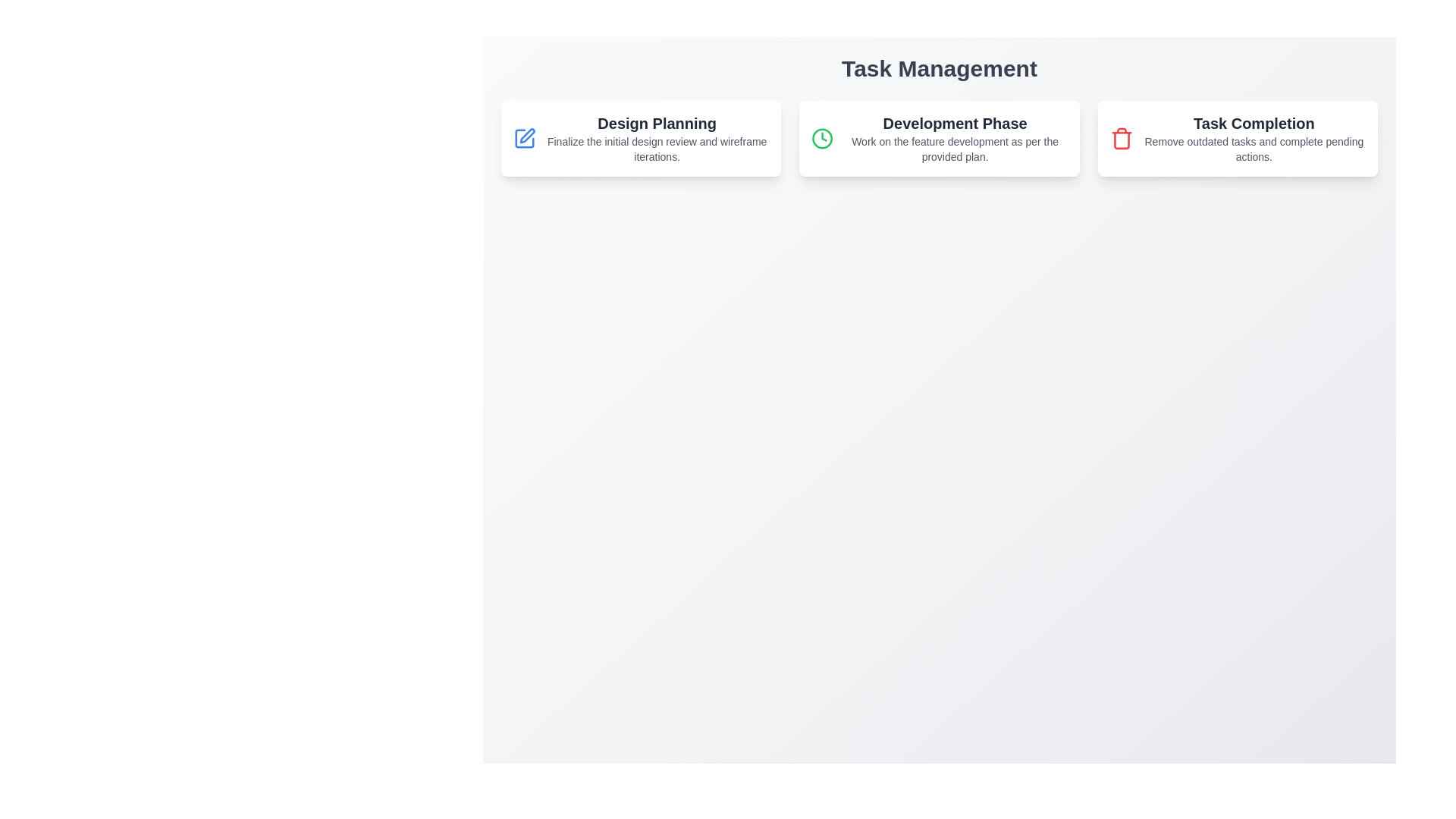 Image resolution: width=1456 pixels, height=819 pixels. What do you see at coordinates (657, 138) in the screenshot?
I see `text displayed in the 'Design Planning' section of the Task Management interface, which is the first section among three horizontally aligned sections` at bounding box center [657, 138].